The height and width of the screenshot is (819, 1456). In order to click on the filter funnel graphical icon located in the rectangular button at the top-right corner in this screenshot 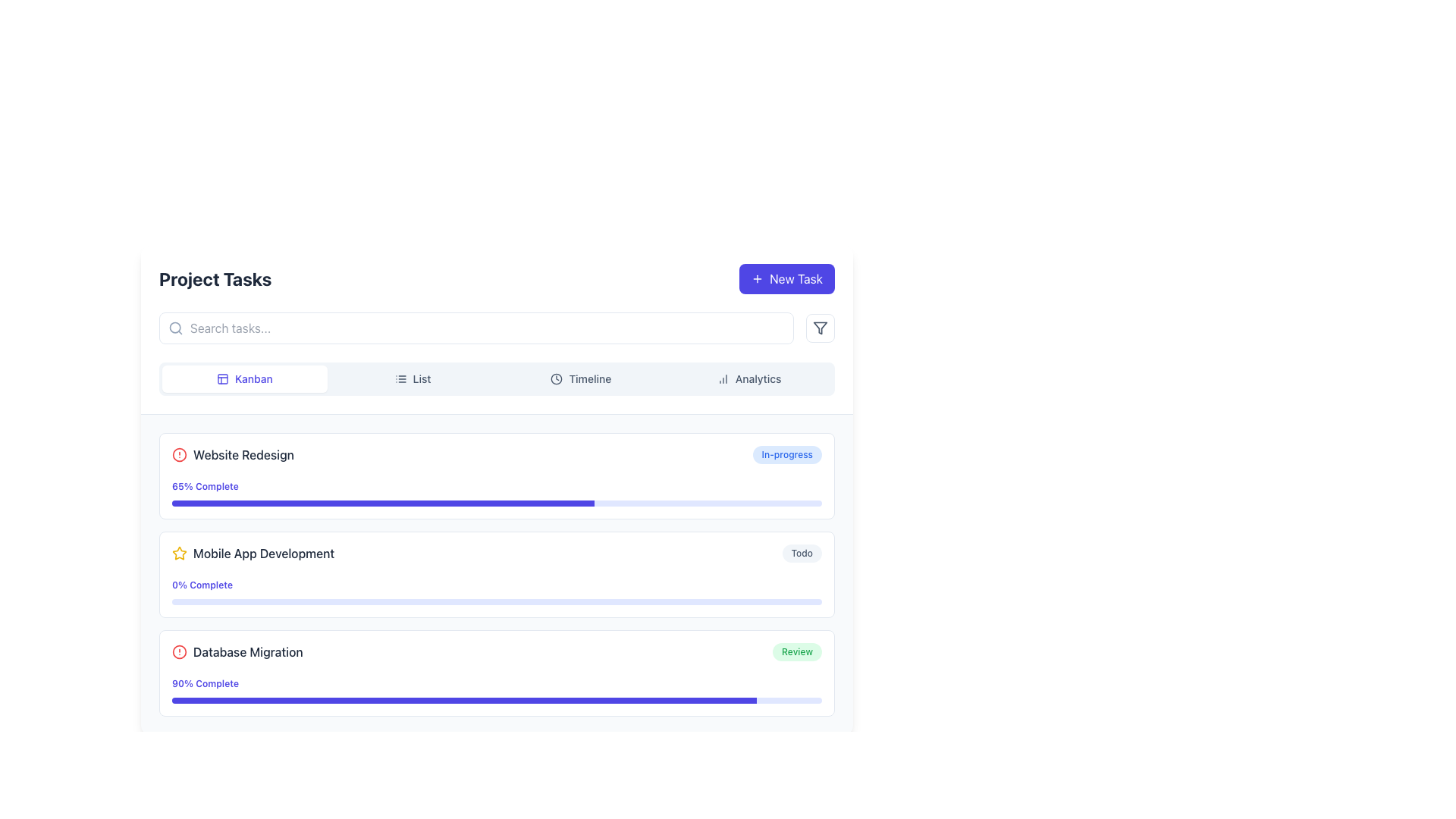, I will do `click(819, 327)`.